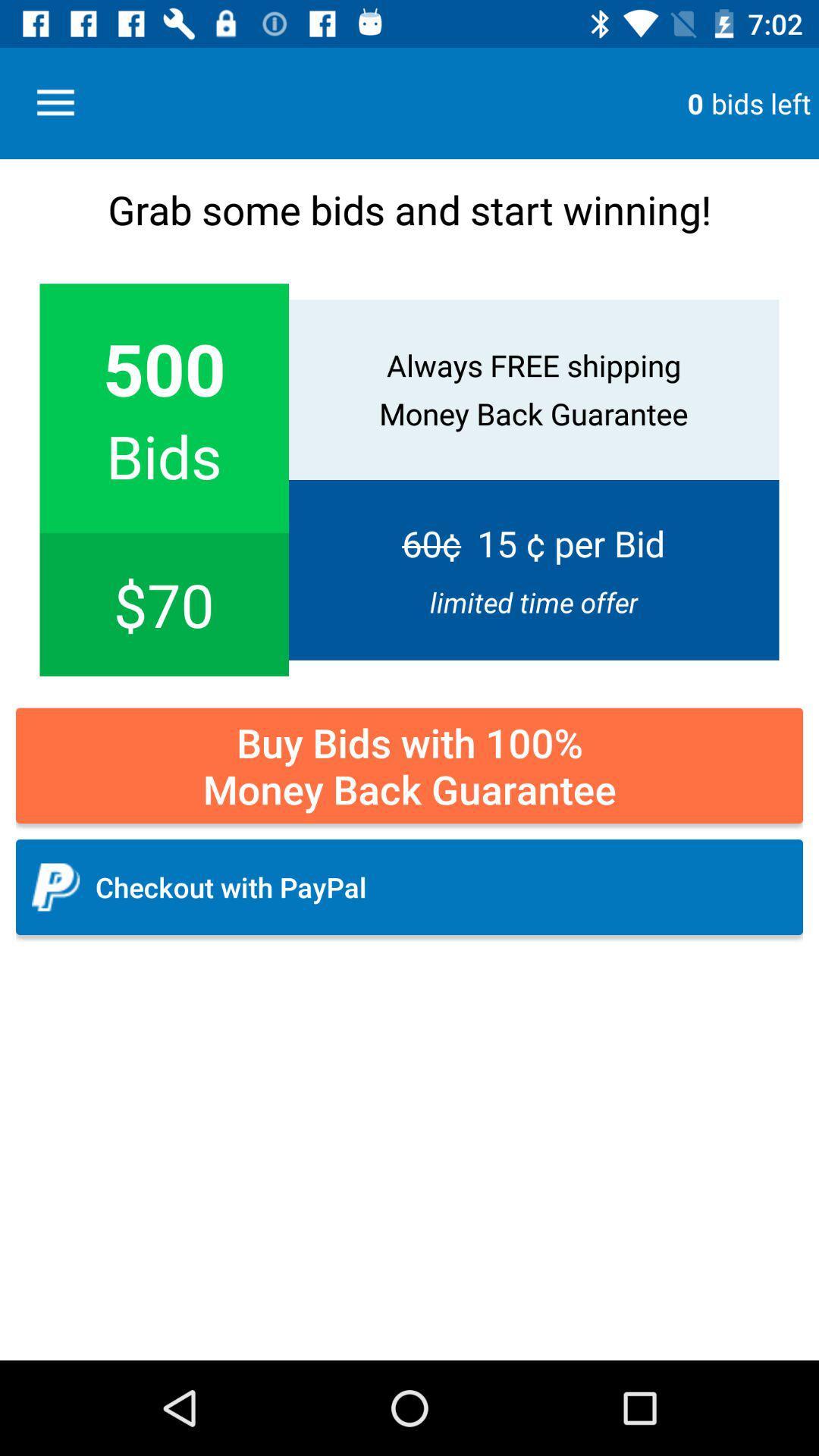 This screenshot has width=819, height=1456. What do you see at coordinates (409, 887) in the screenshot?
I see `item below the buy bids with item` at bounding box center [409, 887].